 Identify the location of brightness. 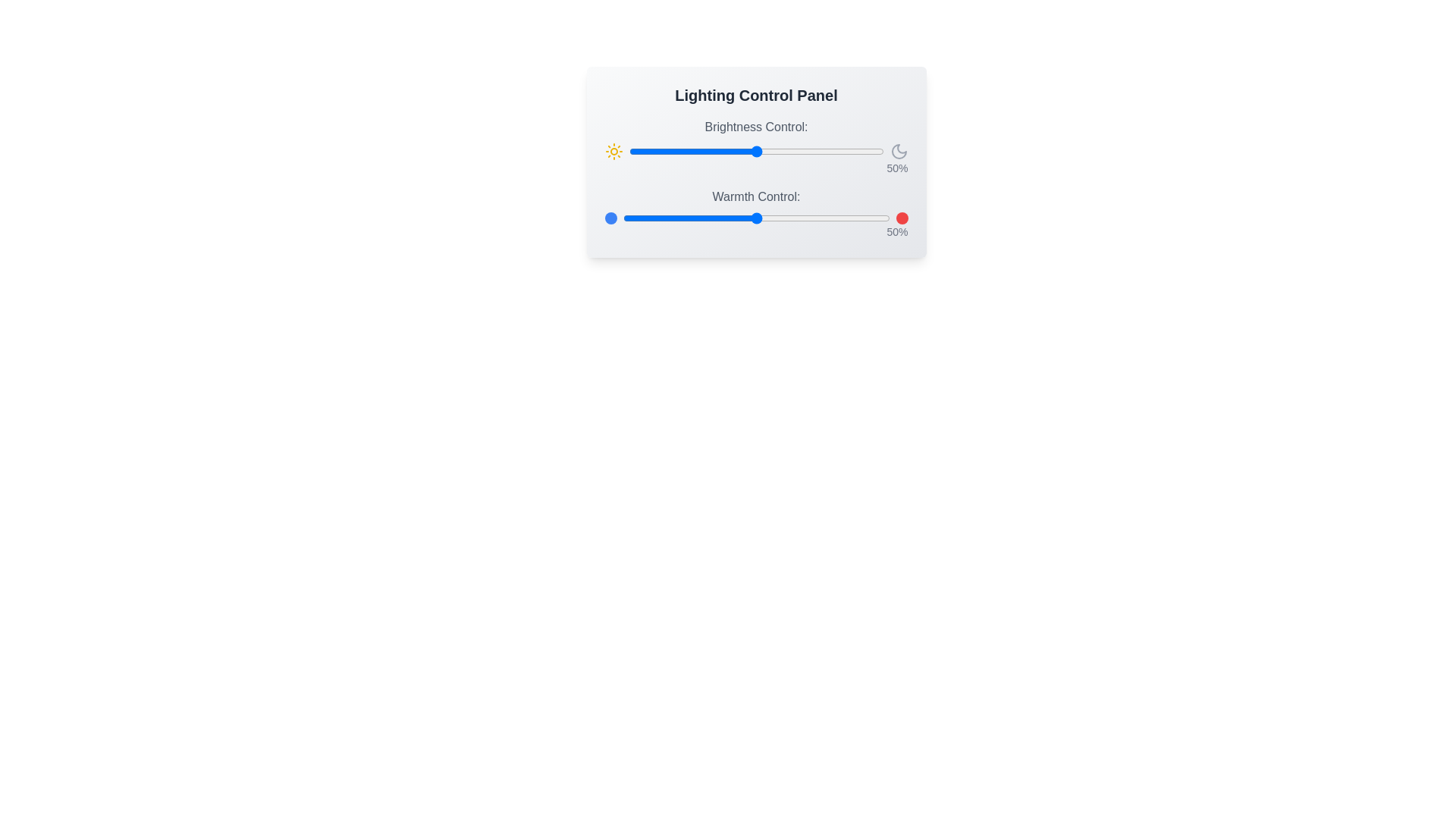
(722, 152).